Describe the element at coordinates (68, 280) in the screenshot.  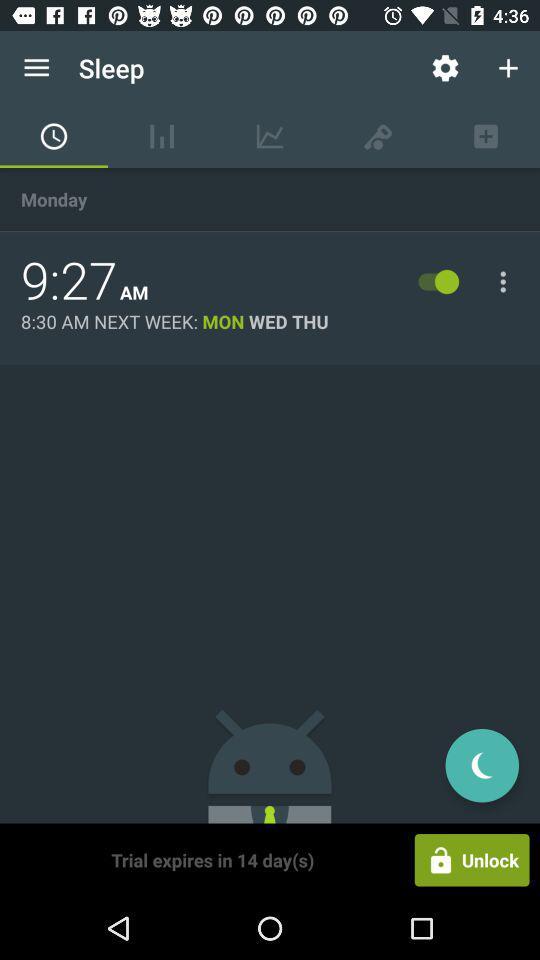
I see `icon to the left of am` at that location.